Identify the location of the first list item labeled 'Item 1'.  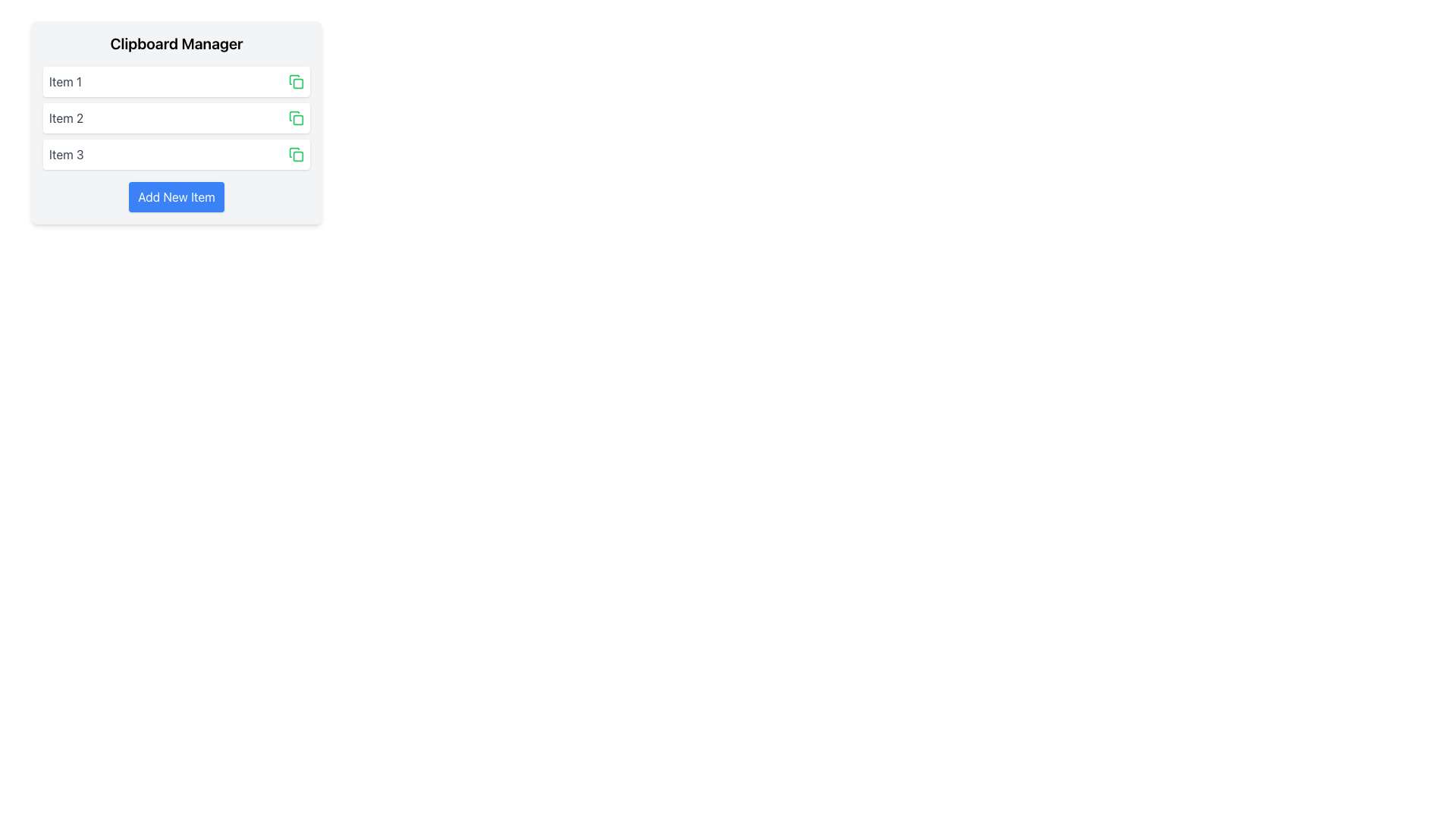
(177, 82).